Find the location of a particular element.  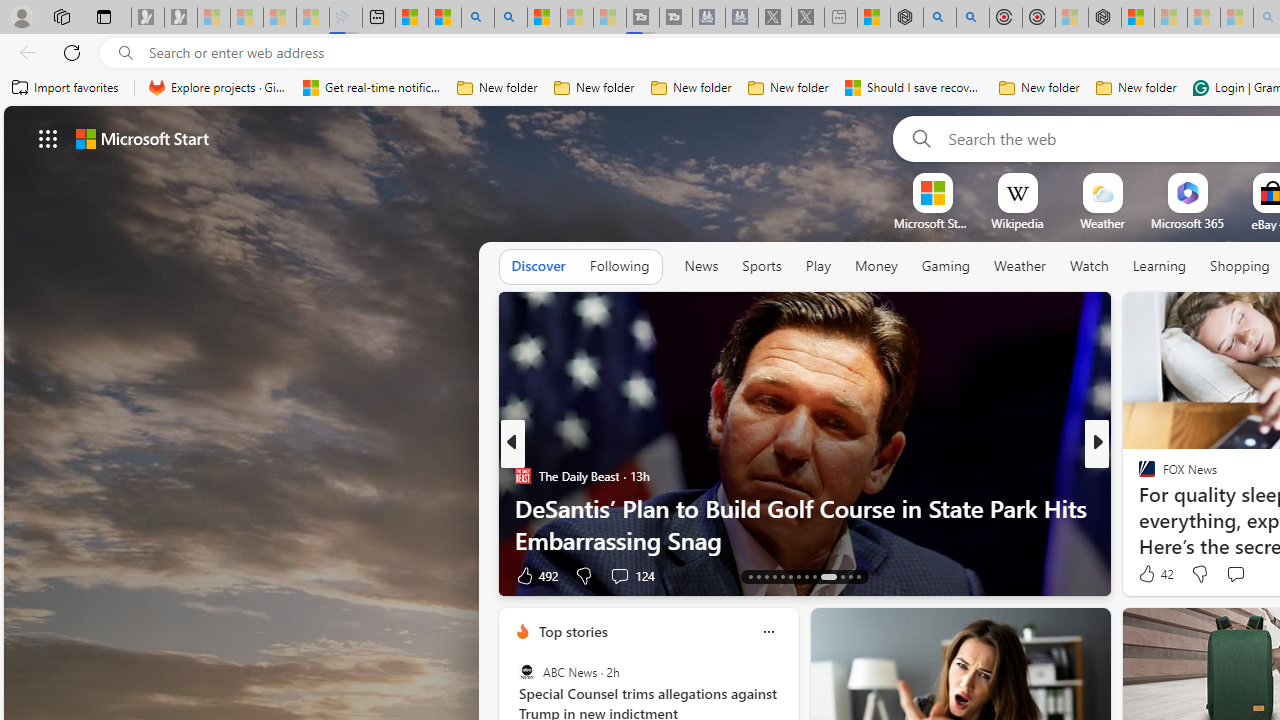

'Wikipedia' is located at coordinates (1017, 223).